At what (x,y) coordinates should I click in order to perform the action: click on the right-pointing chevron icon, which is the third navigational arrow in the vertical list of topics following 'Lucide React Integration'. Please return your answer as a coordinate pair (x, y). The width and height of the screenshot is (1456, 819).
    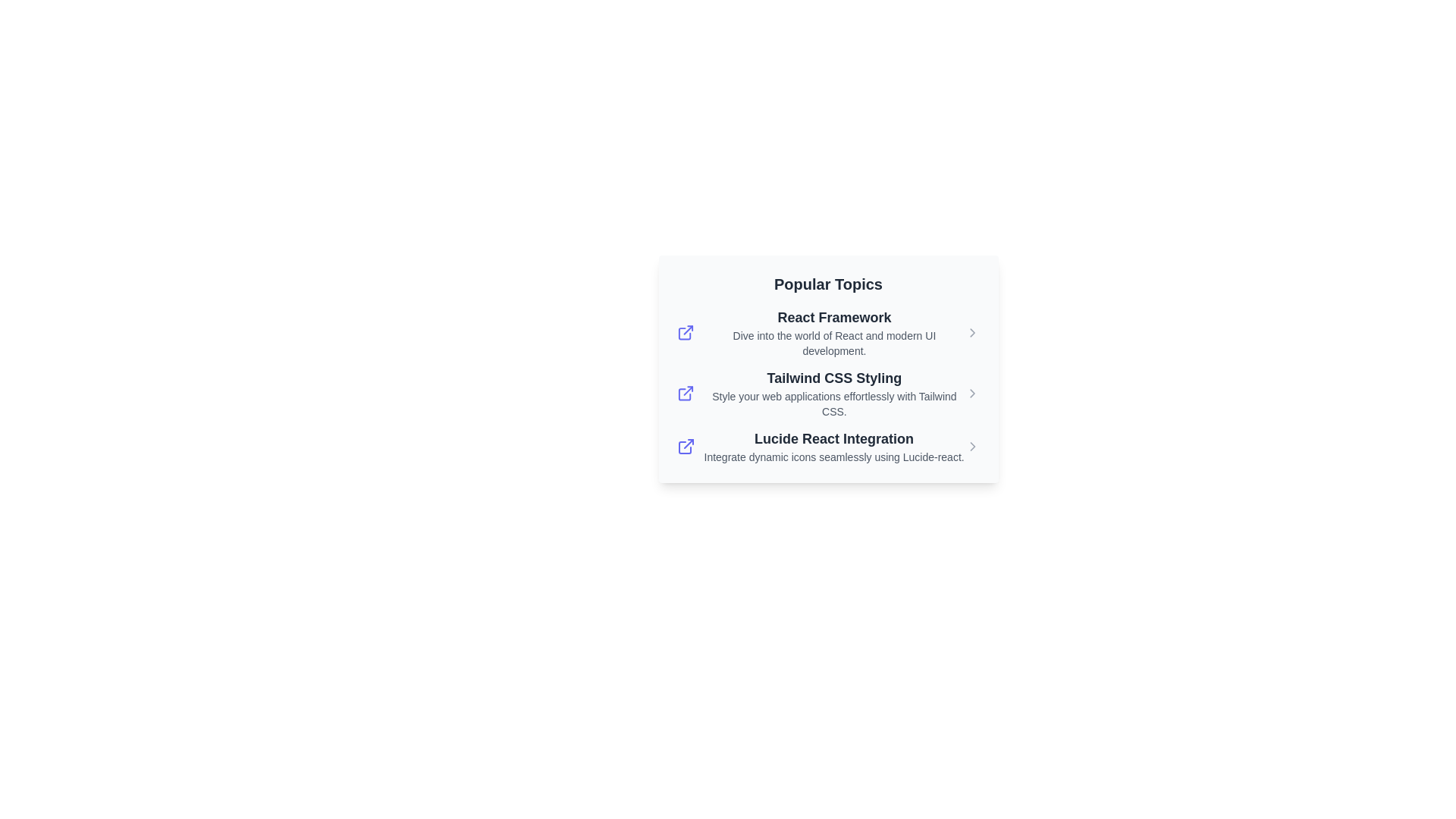
    Looking at the image, I should click on (972, 446).